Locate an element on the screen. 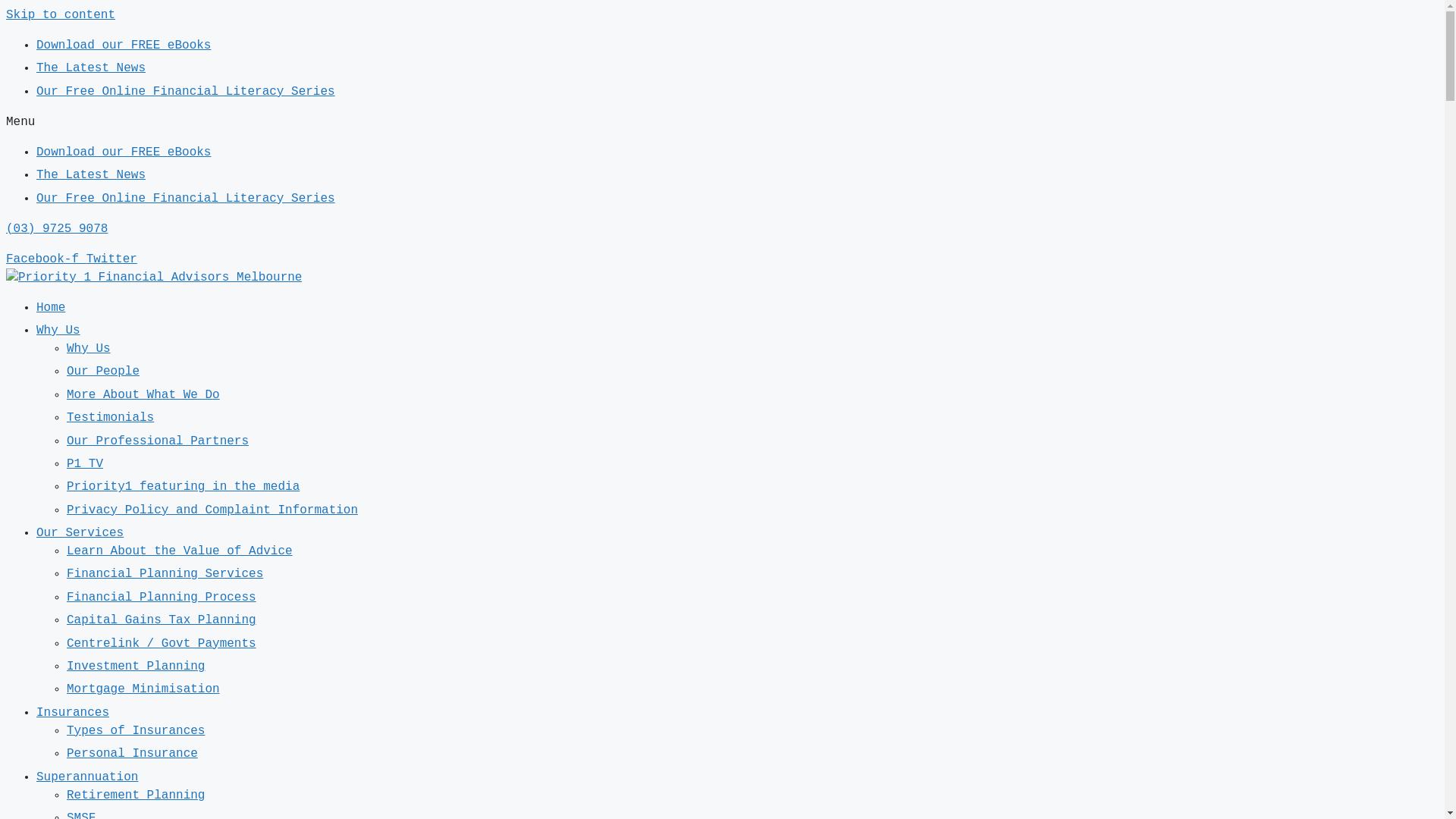 The height and width of the screenshot is (819, 1456). 'Testimonials' is located at coordinates (65, 418).